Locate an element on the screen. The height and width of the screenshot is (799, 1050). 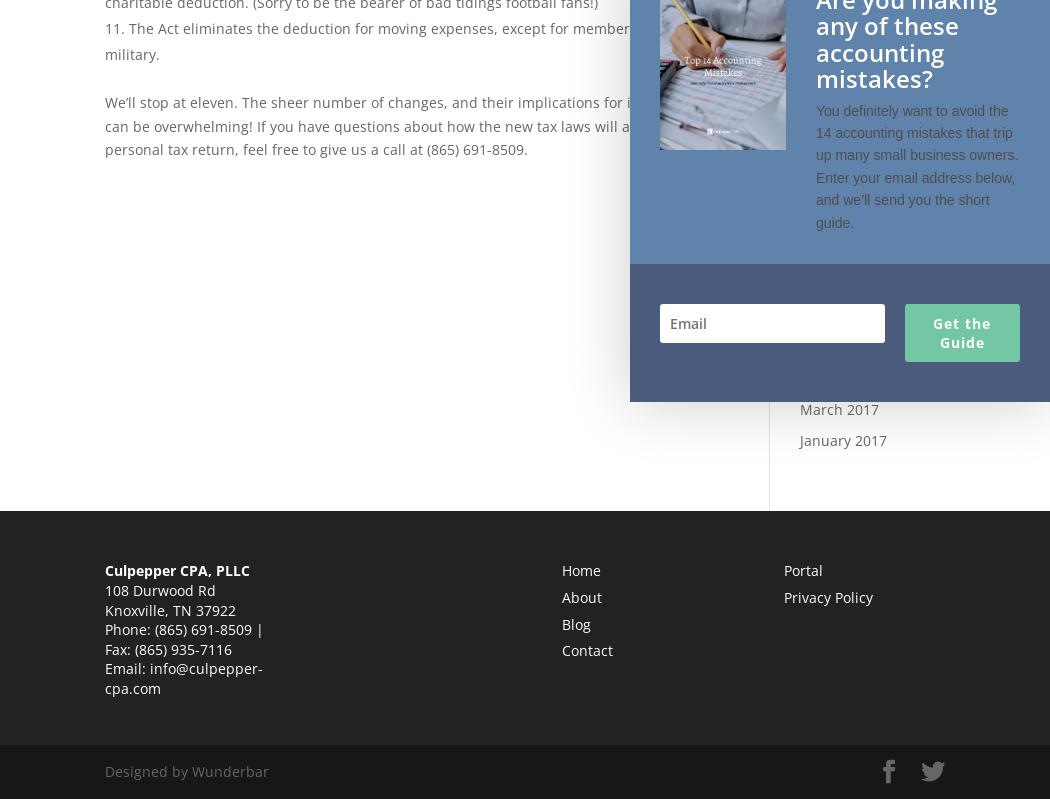
'March 2018' is located at coordinates (798, 162).